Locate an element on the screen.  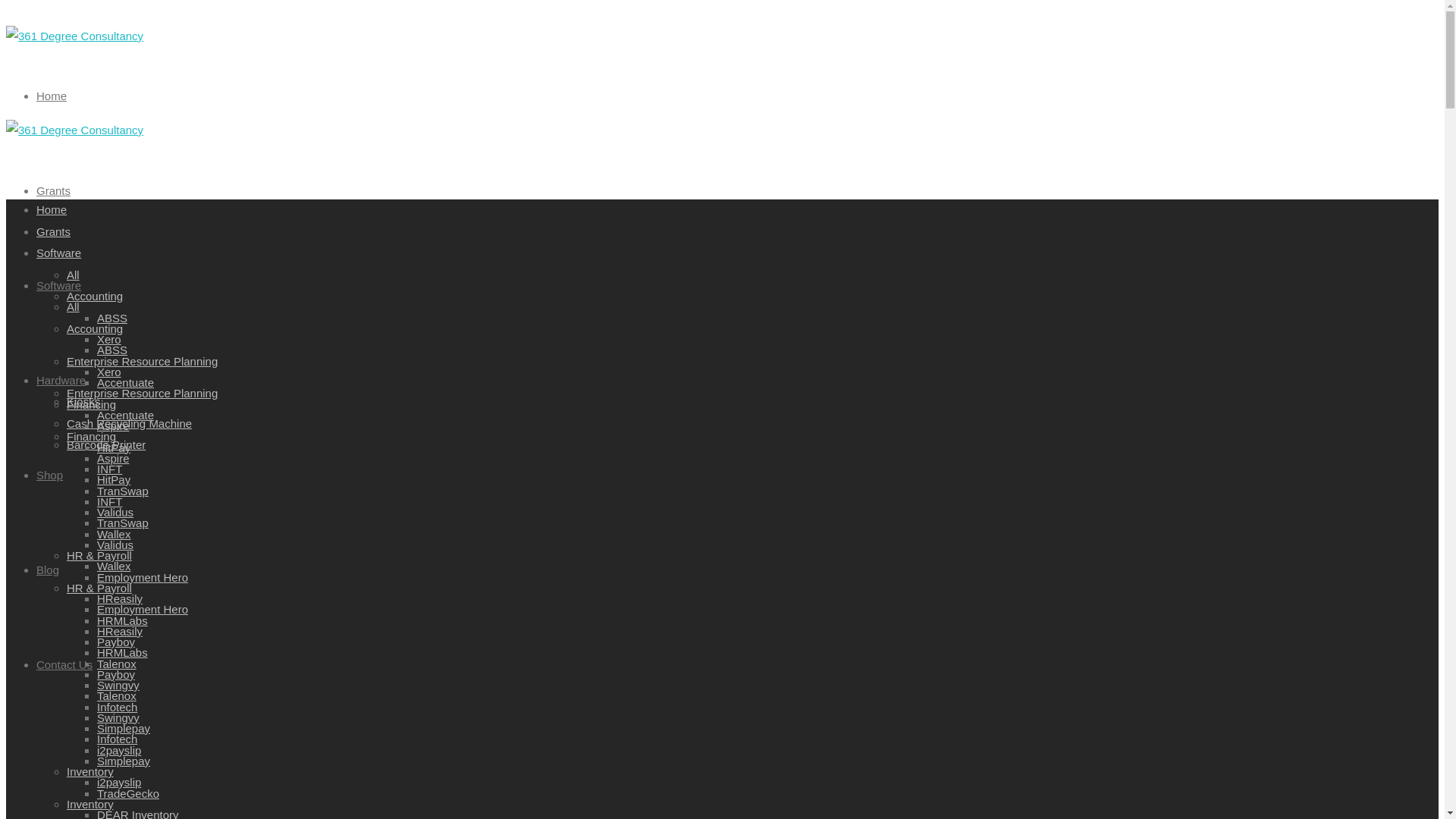
'Hardware' is located at coordinates (36, 378).